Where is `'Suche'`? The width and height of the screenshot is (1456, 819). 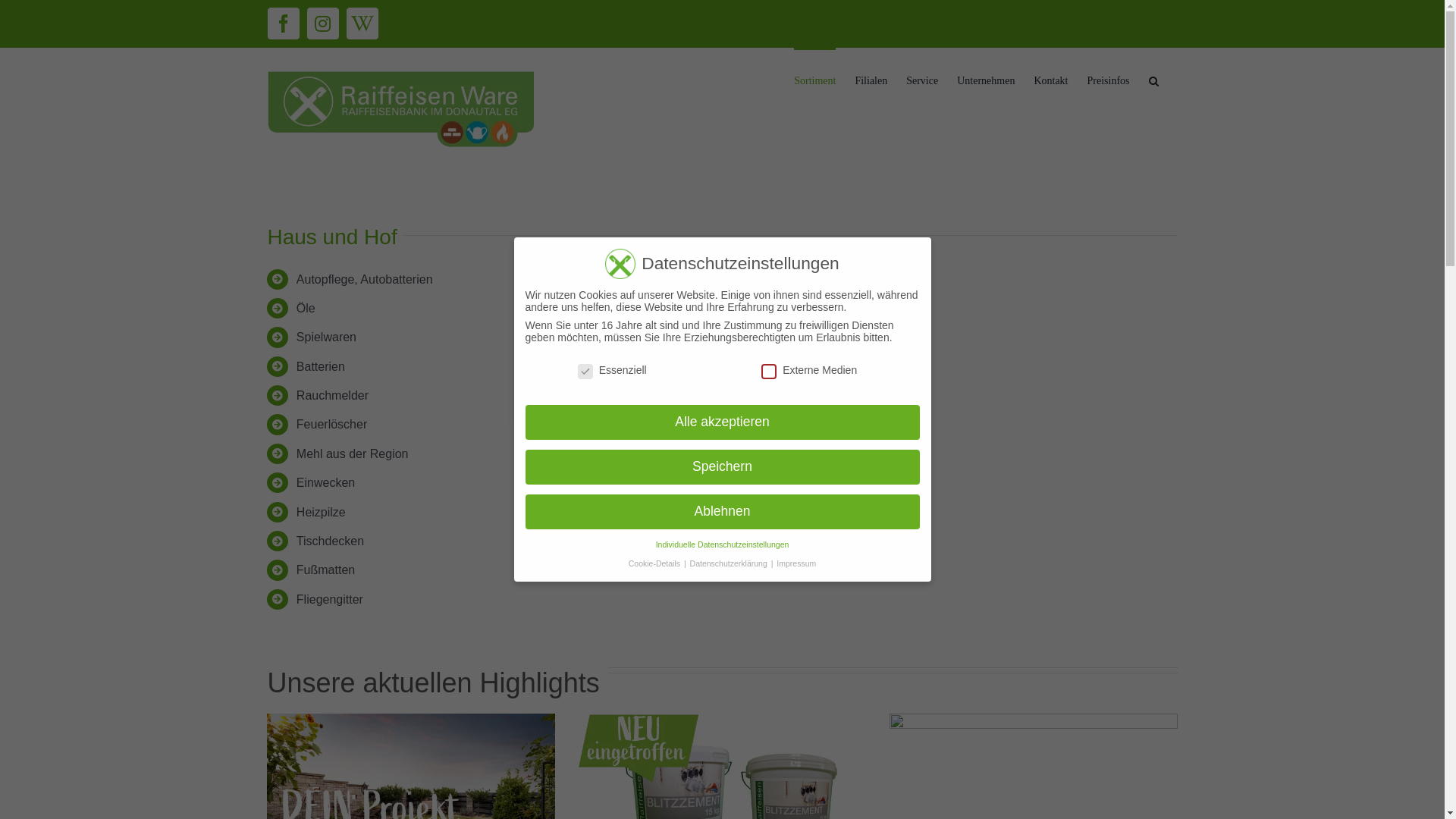
'Suche' is located at coordinates (1153, 79).